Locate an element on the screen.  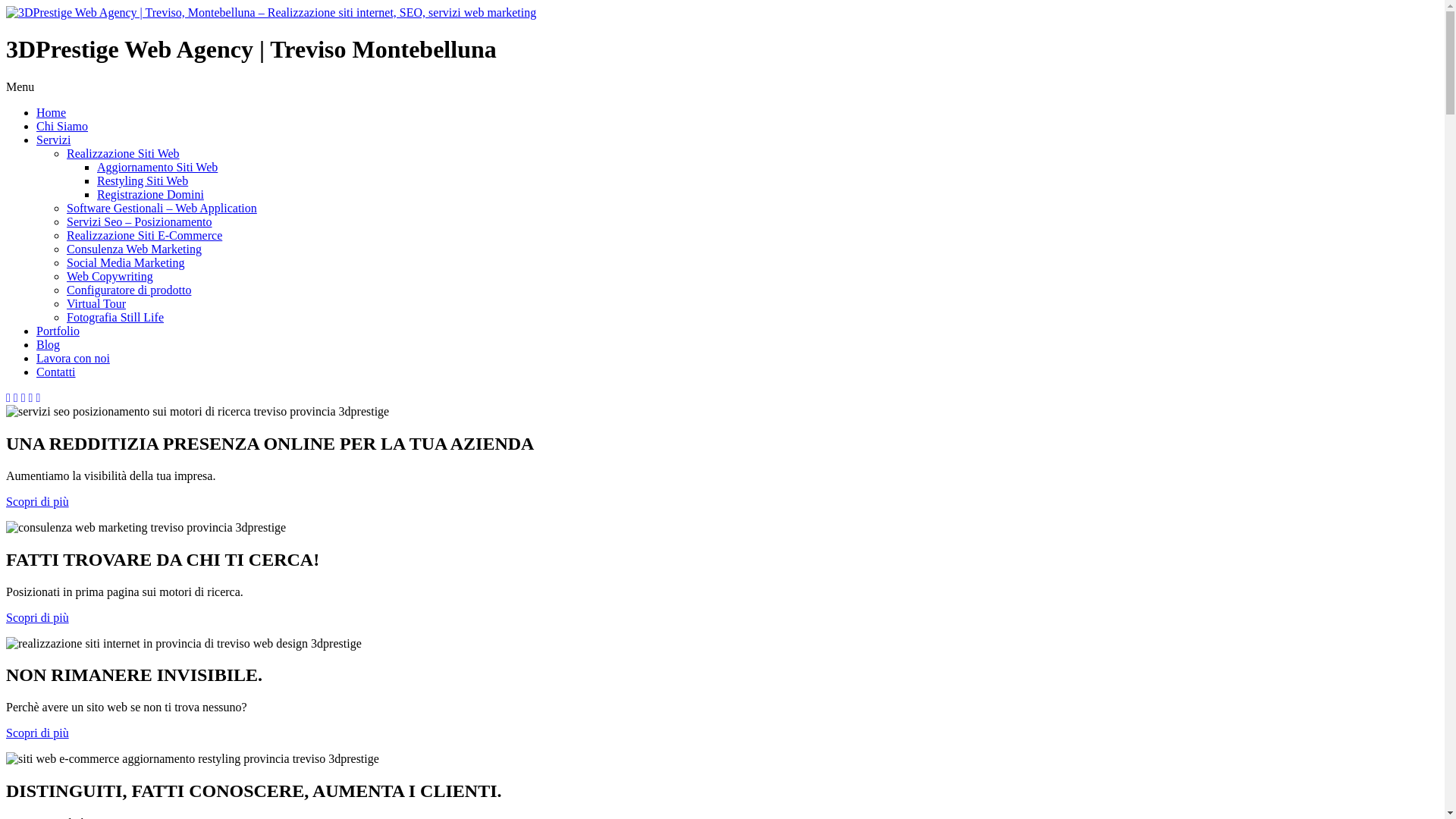
'Aggiornamento Siti Web' is located at coordinates (96, 167).